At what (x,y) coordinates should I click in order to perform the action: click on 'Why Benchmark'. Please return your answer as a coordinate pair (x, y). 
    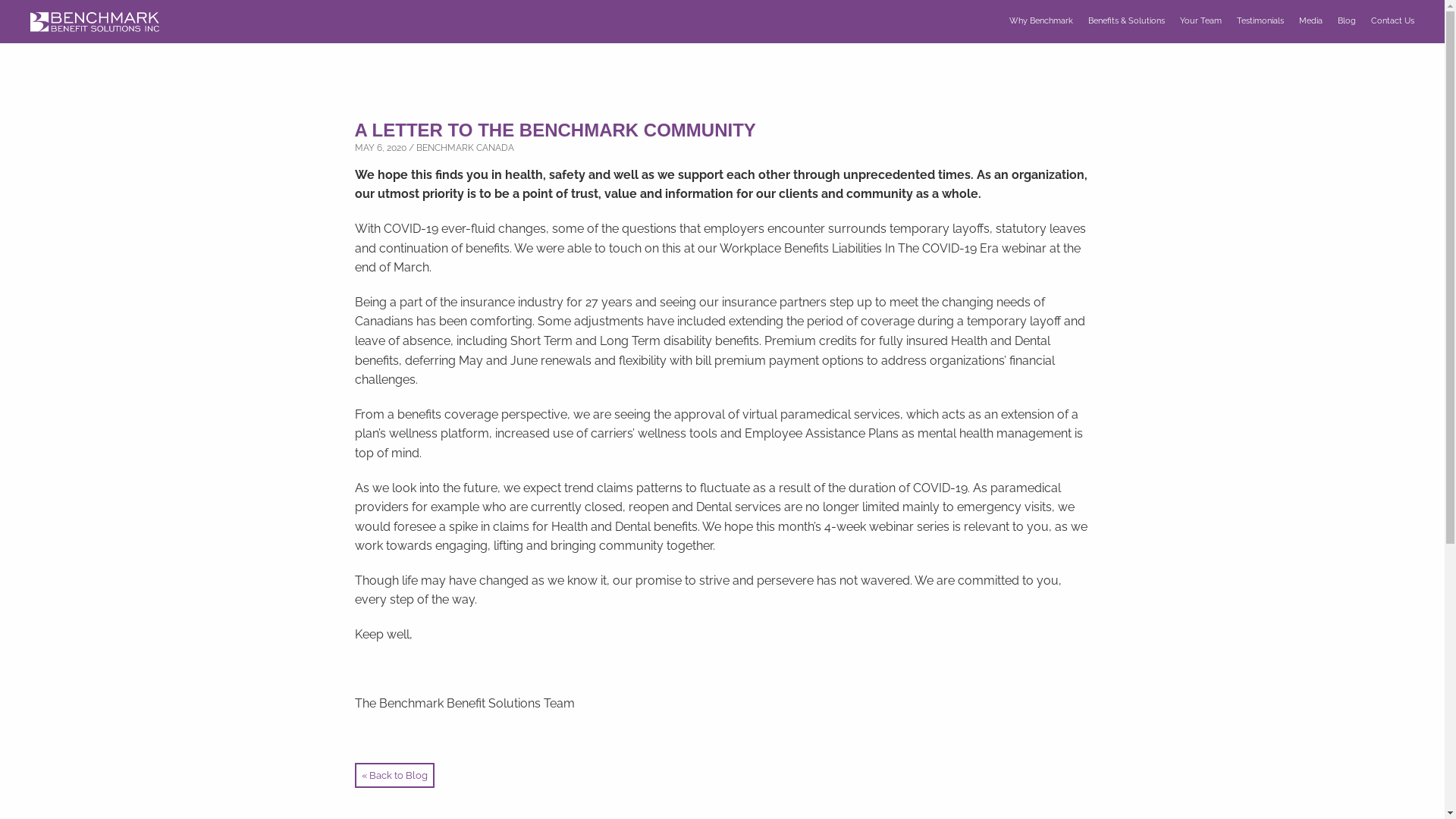
    Looking at the image, I should click on (1009, 20).